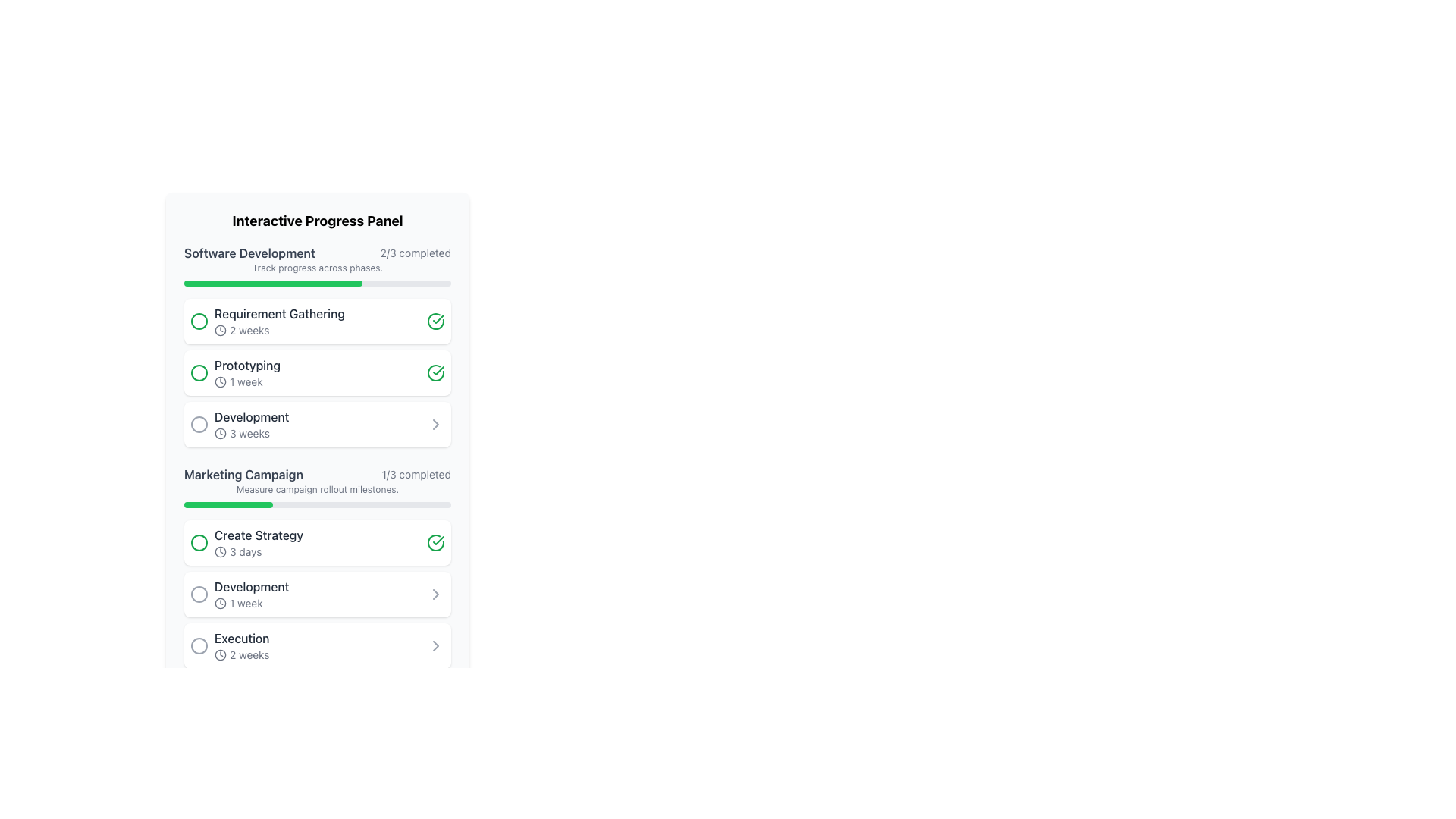 This screenshot has width=1456, height=819. What do you see at coordinates (220, 381) in the screenshot?
I see `the SVG Circle Element representing a clock icon in the Interactive Progress Panel under the Prototyping task item` at bounding box center [220, 381].